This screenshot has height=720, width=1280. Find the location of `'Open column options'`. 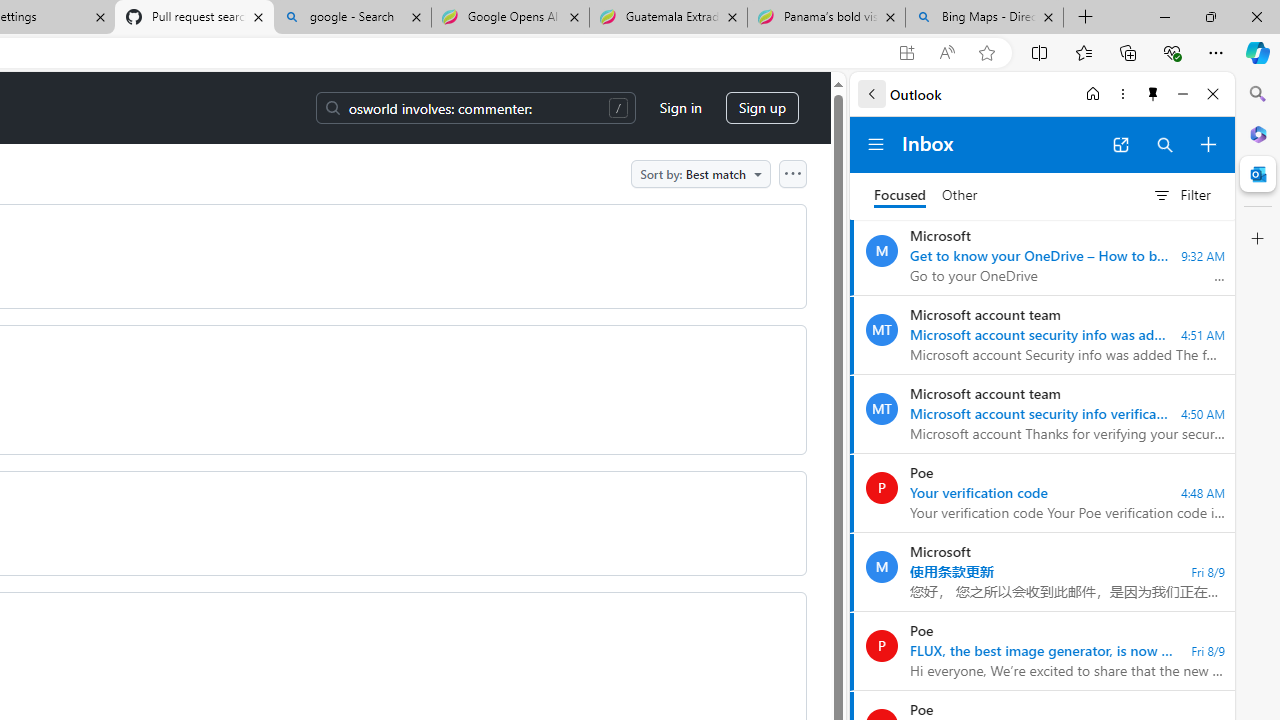

'Open column options' is located at coordinates (791, 172).